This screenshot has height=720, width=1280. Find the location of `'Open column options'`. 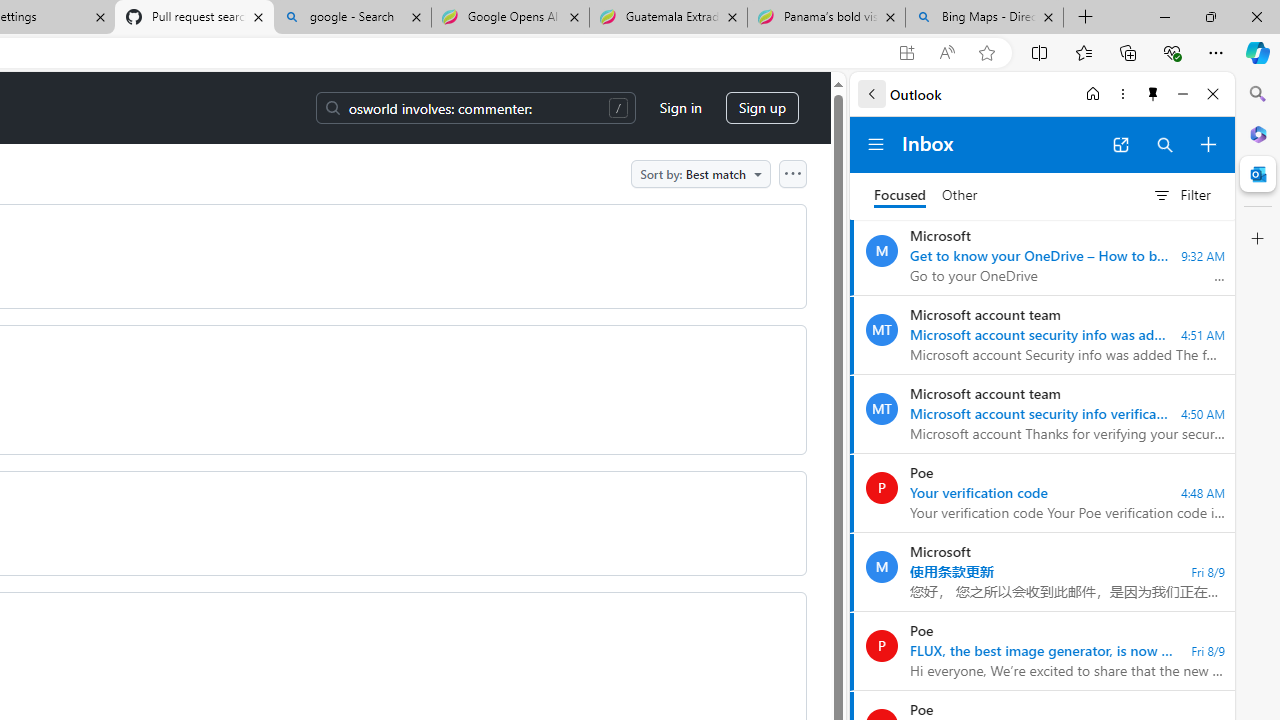

'Open column options' is located at coordinates (791, 172).